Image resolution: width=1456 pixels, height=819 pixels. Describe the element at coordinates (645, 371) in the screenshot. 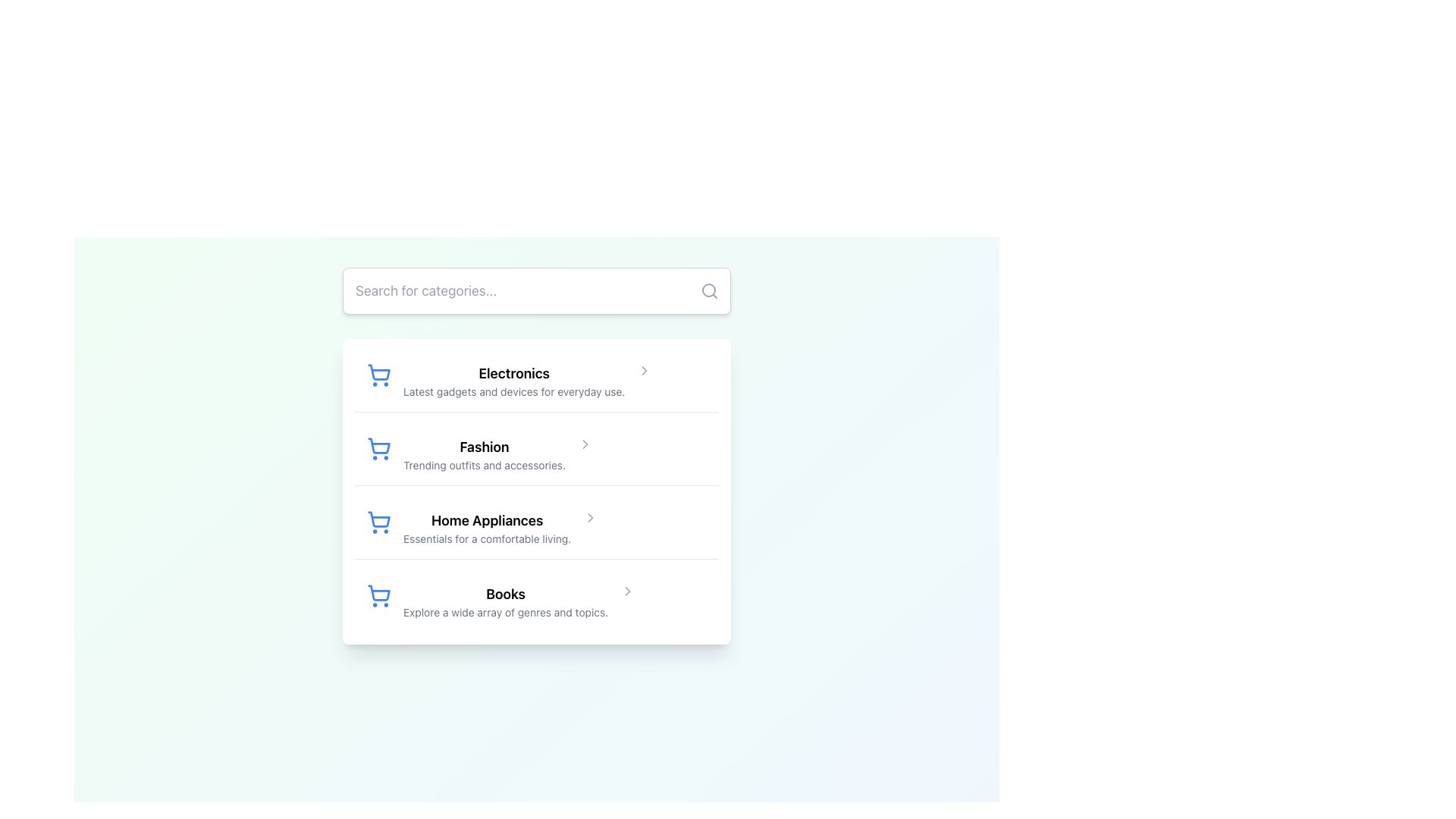

I see `the navigational arrow icon located on the right edge of the 'Electronics' list item to indicate it is clickable for further details` at that location.